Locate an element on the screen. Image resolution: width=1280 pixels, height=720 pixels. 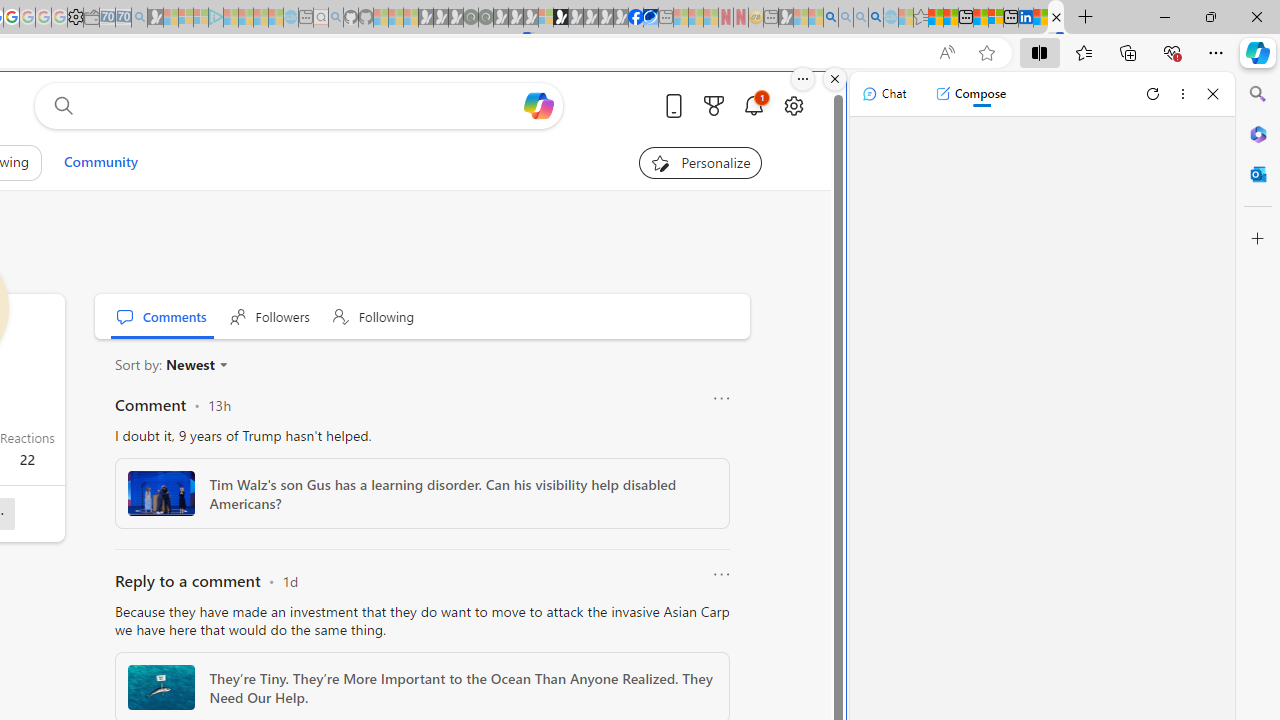
'Personalize your feed"' is located at coordinates (700, 162).